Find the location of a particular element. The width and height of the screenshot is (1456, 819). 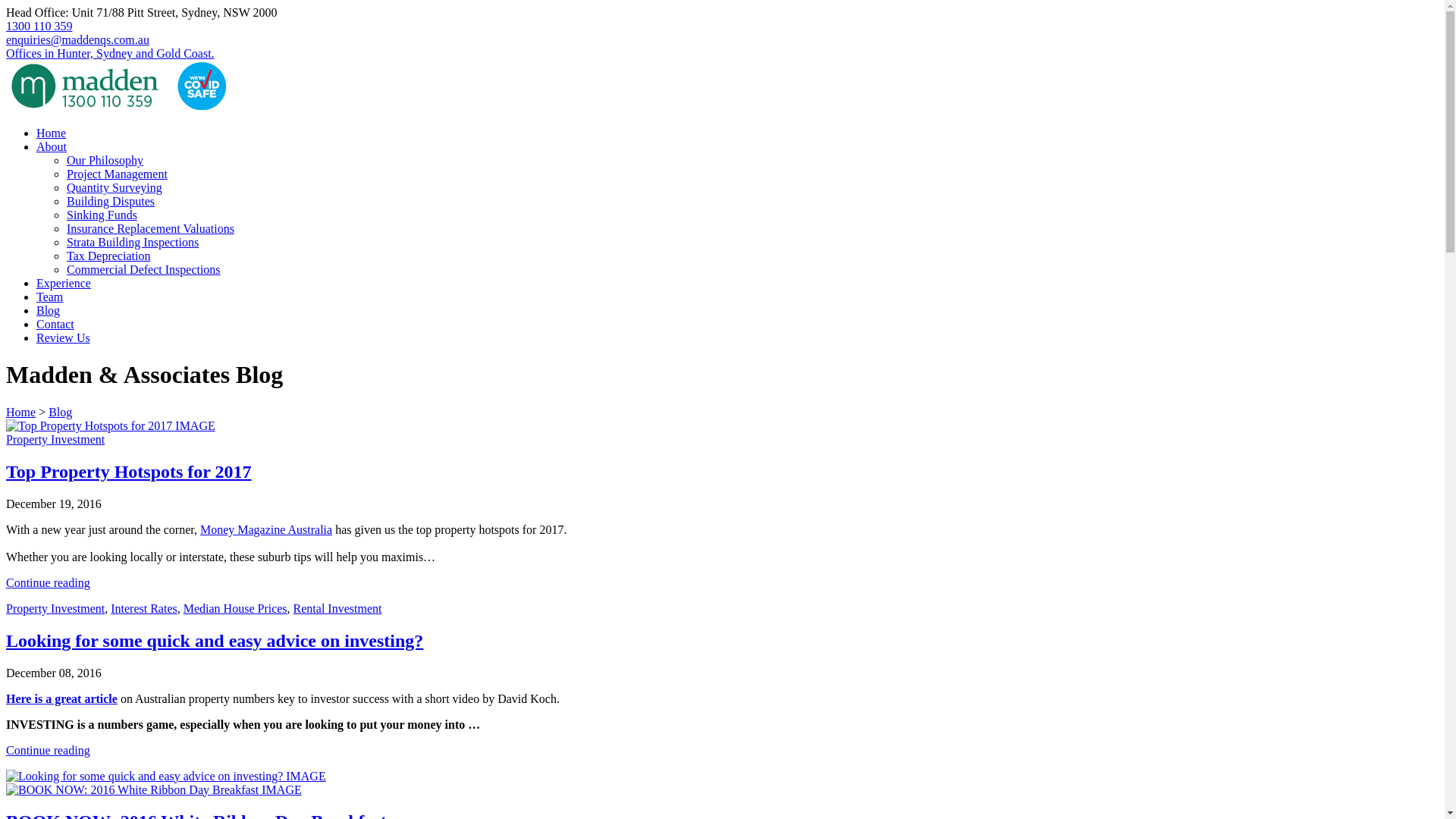

'Strata Building Inspections' is located at coordinates (65, 241).